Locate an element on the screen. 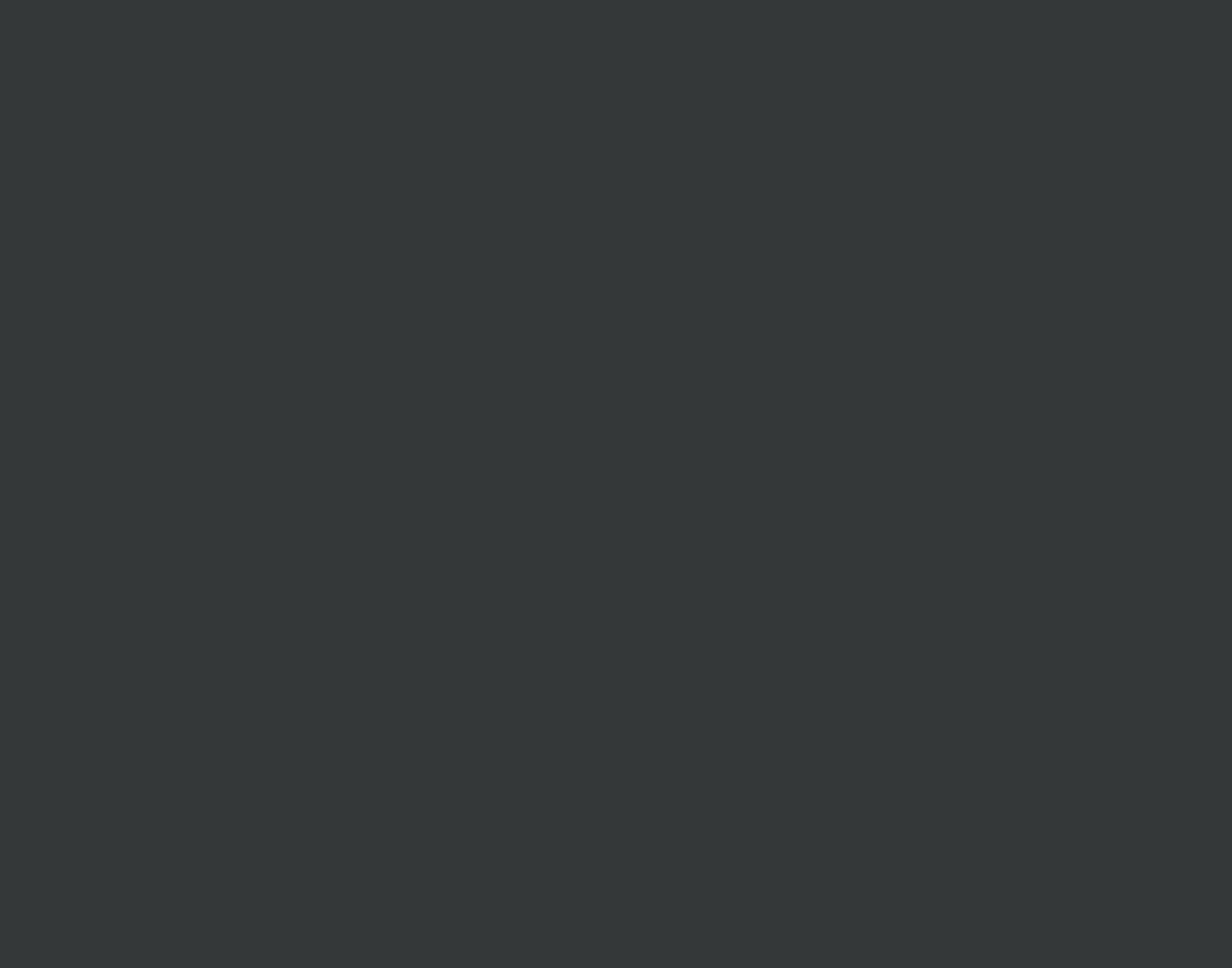  'What book did you NOT enjoy?' is located at coordinates (569, 47).